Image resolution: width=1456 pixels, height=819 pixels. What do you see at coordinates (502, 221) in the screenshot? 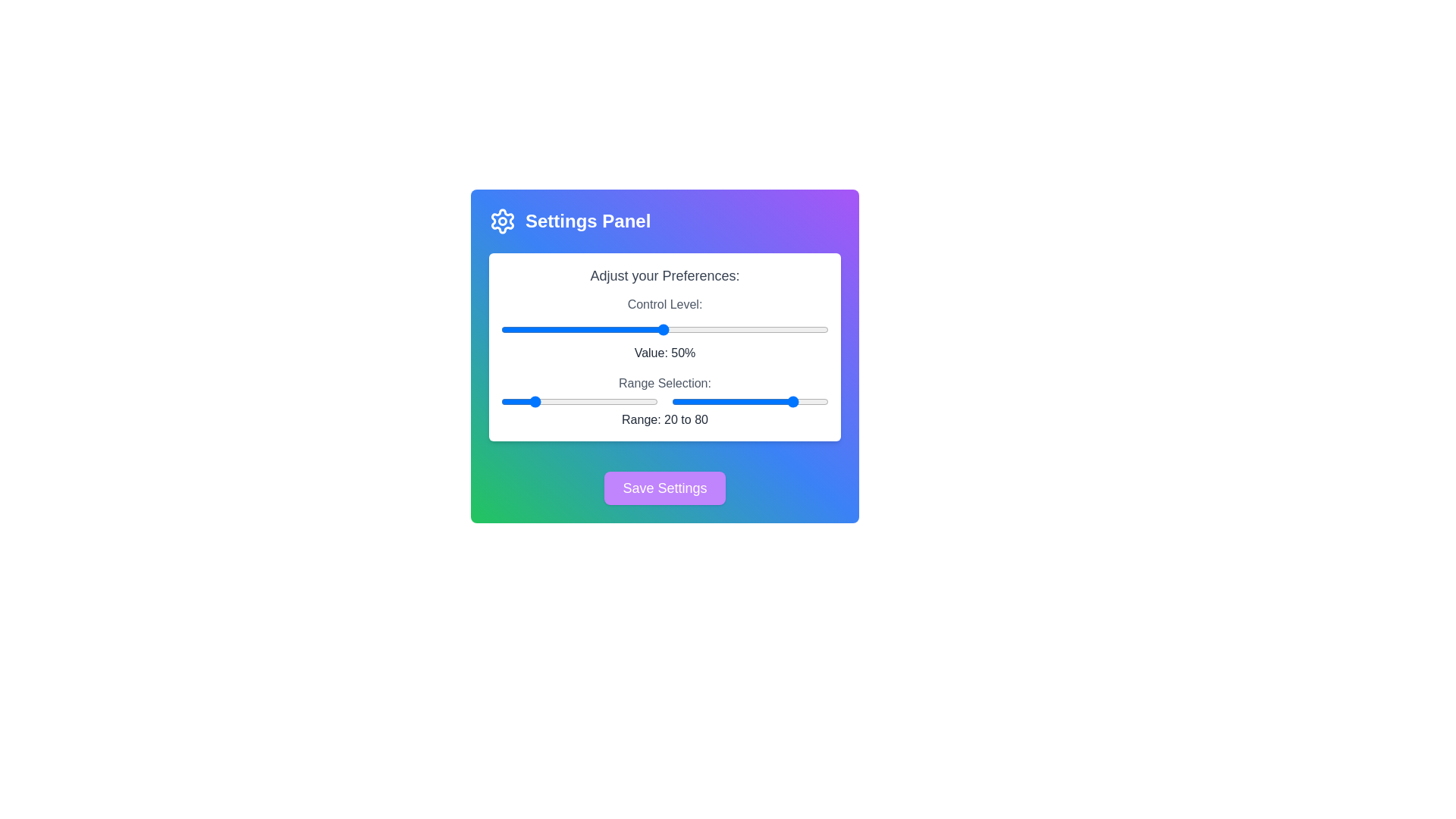
I see `the settings icon, which resembles a gear and is located near the top-left corner of the 'Settings Panel'` at bounding box center [502, 221].